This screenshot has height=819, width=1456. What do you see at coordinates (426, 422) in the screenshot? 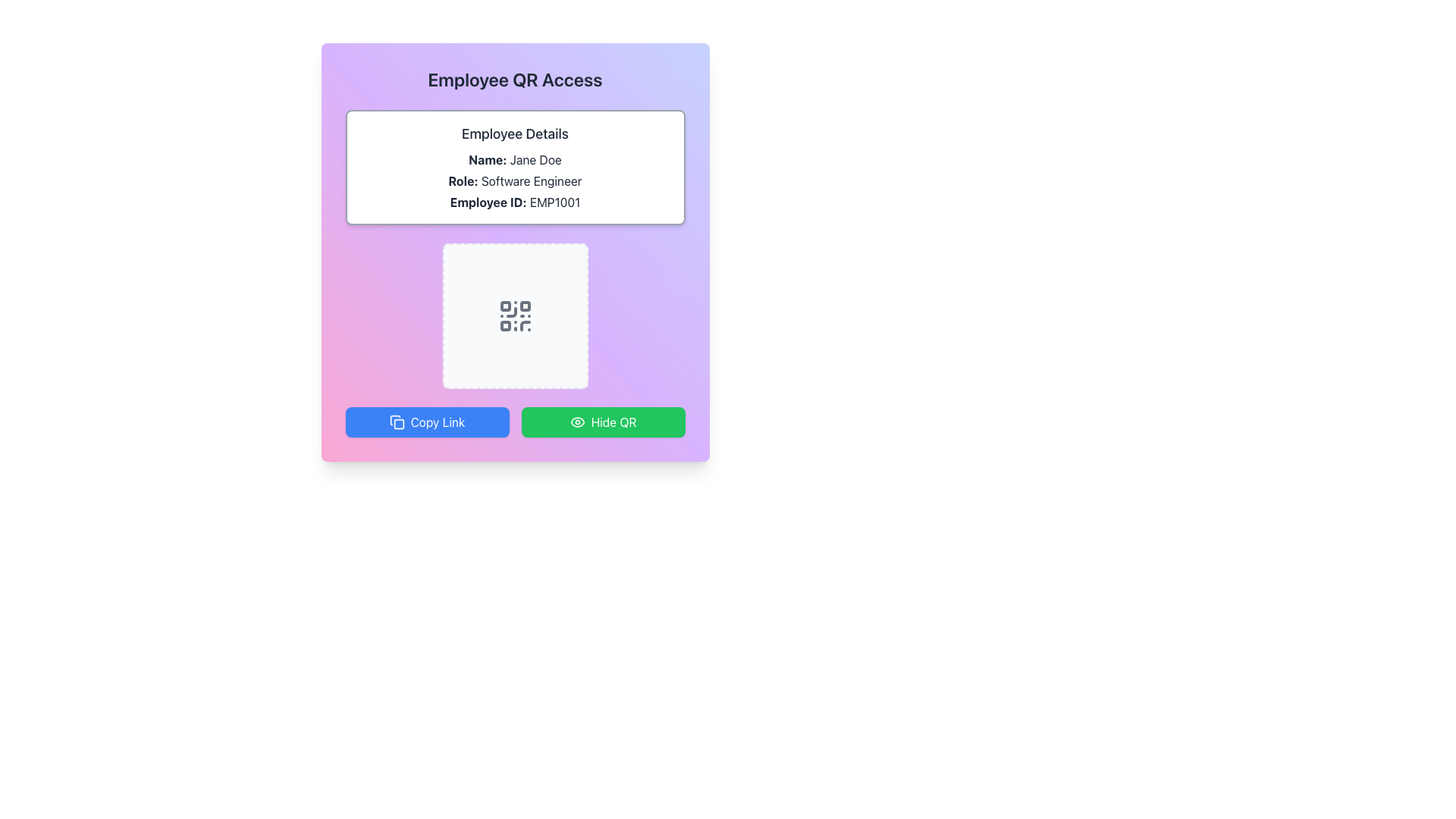
I see `the 'Copy Link' button located at the bottom-left of the two-button layout to copy a hyperlink to the clipboard` at bounding box center [426, 422].